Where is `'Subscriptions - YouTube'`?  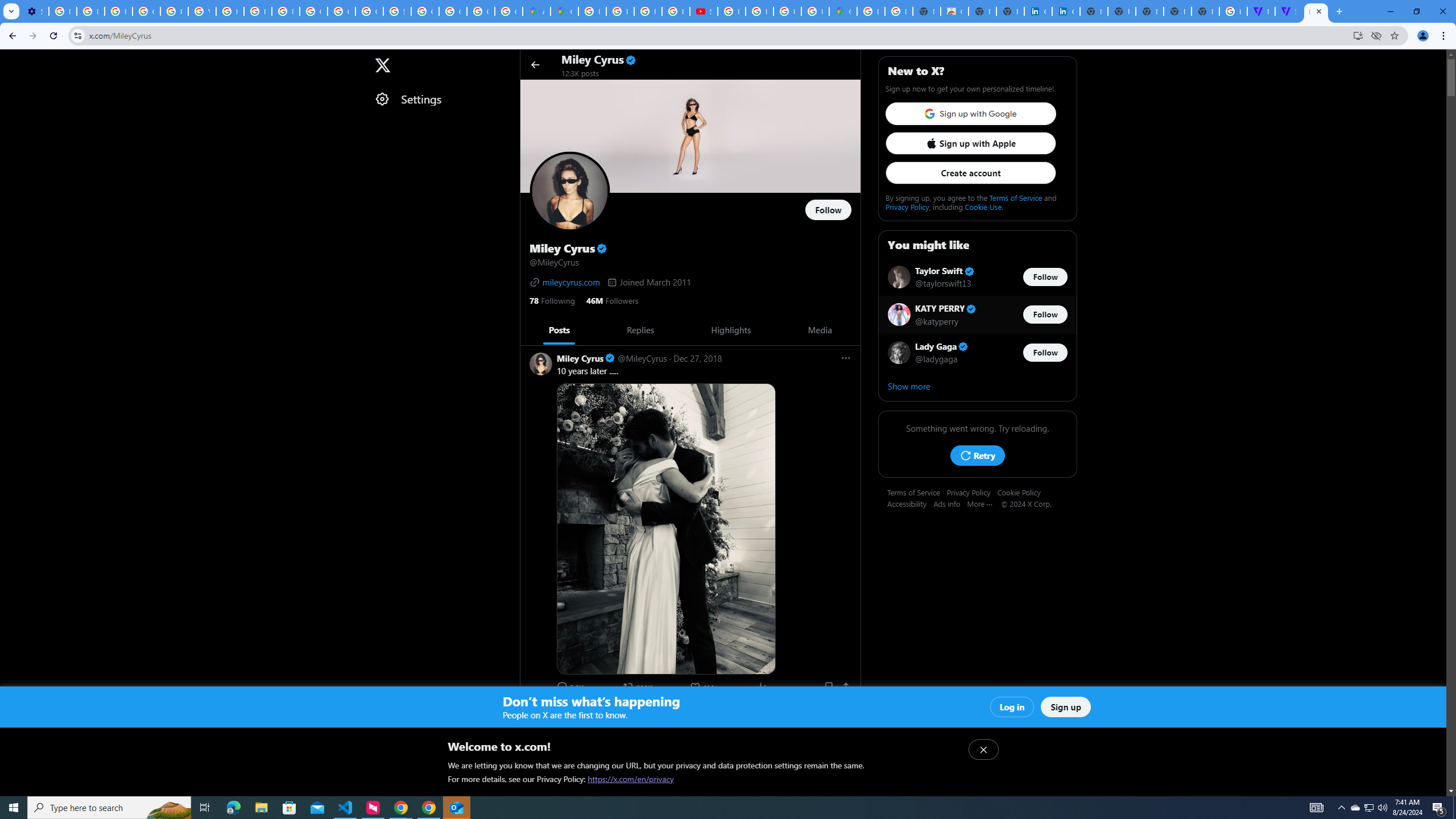
'Subscriptions - YouTube' is located at coordinates (702, 11).